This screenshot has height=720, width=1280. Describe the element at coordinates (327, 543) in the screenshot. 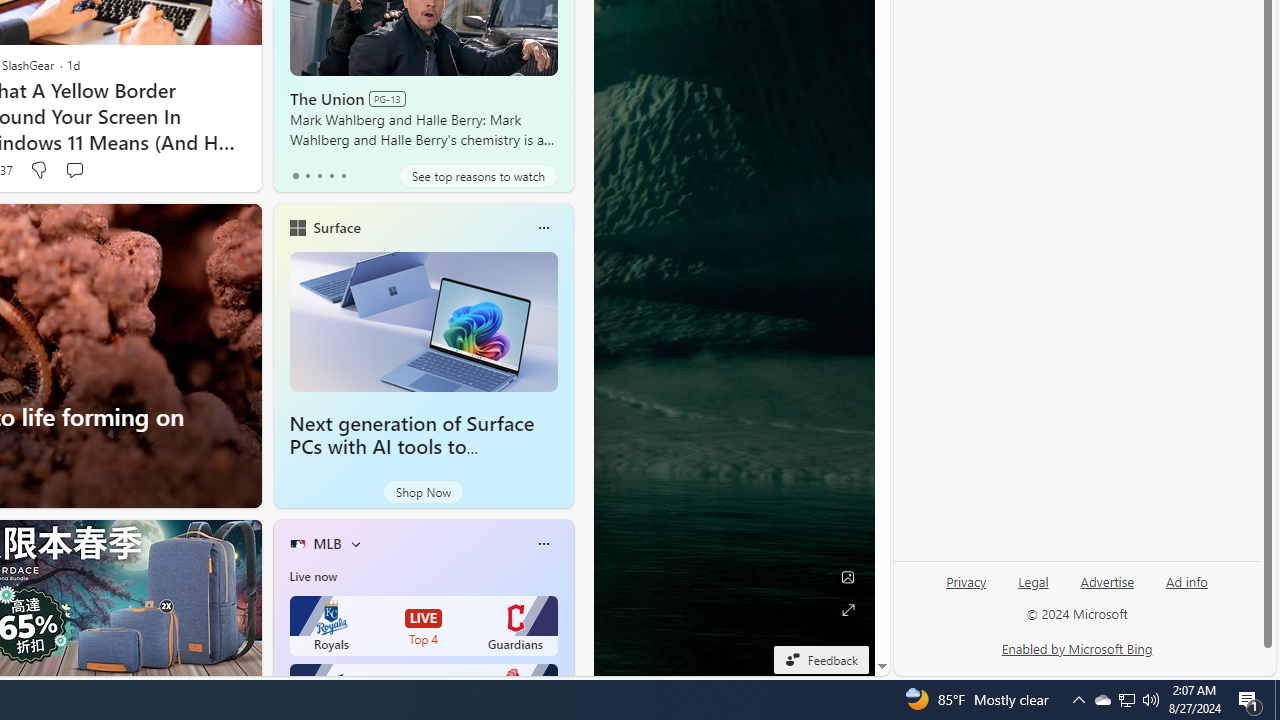

I see `'MLB'` at that location.